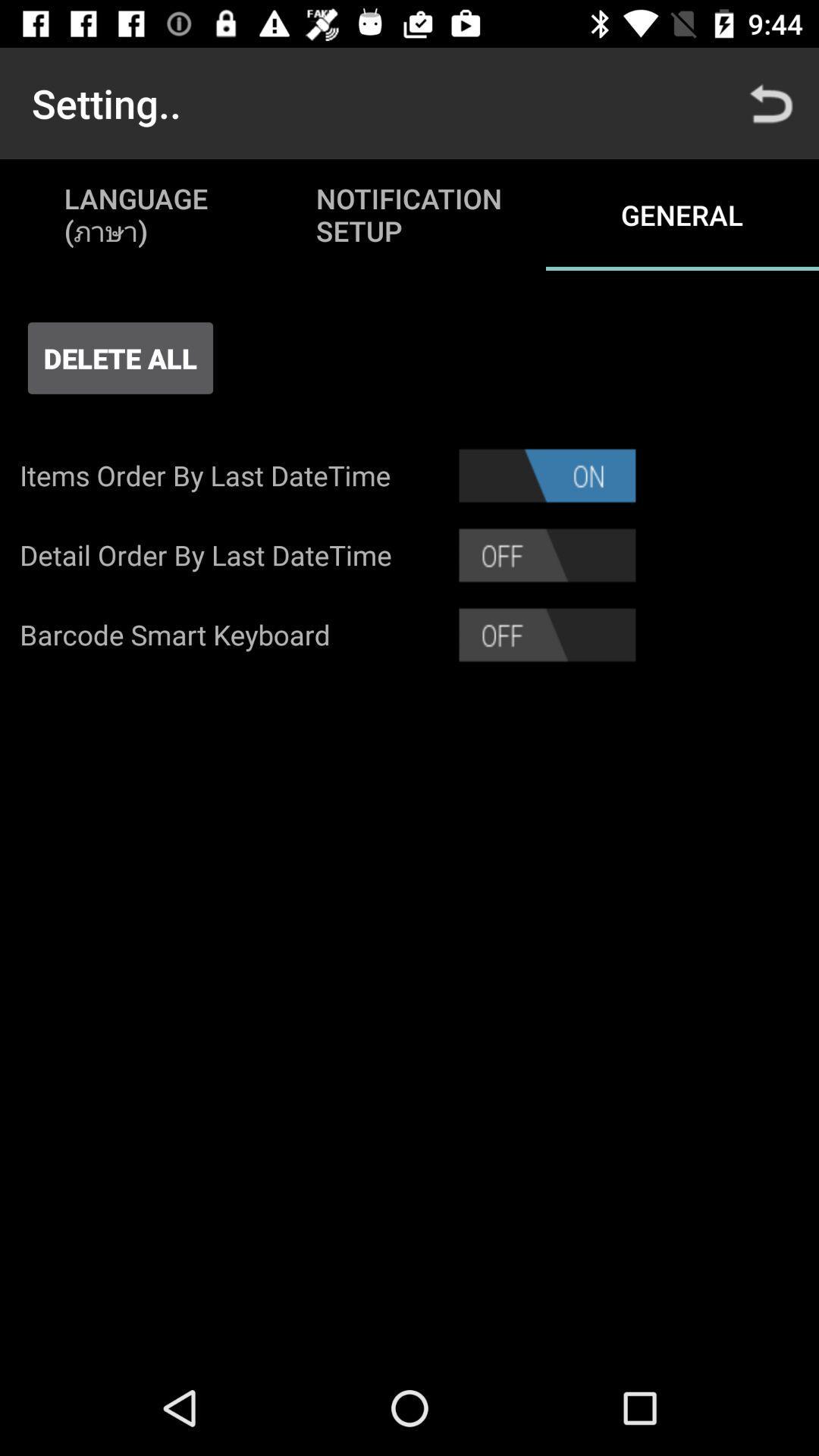 This screenshot has width=819, height=1456. I want to click on icon above items order by, so click(119, 357).